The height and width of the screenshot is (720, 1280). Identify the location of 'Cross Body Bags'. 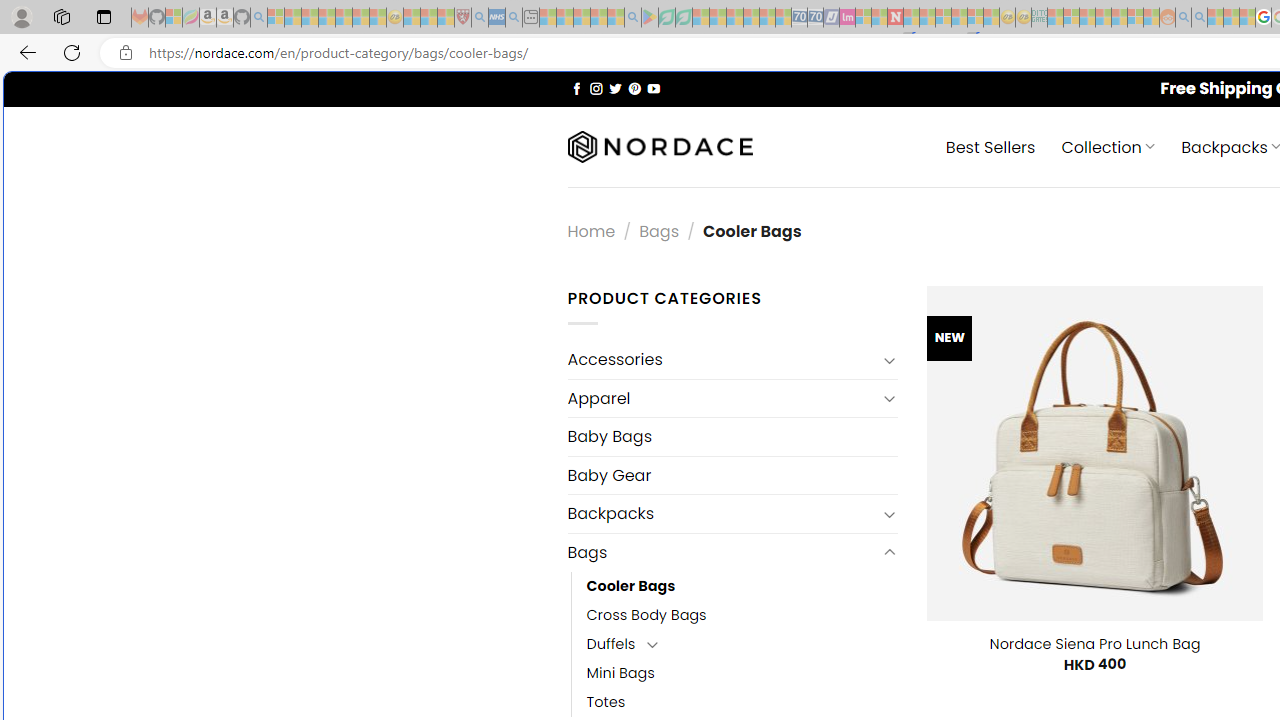
(646, 613).